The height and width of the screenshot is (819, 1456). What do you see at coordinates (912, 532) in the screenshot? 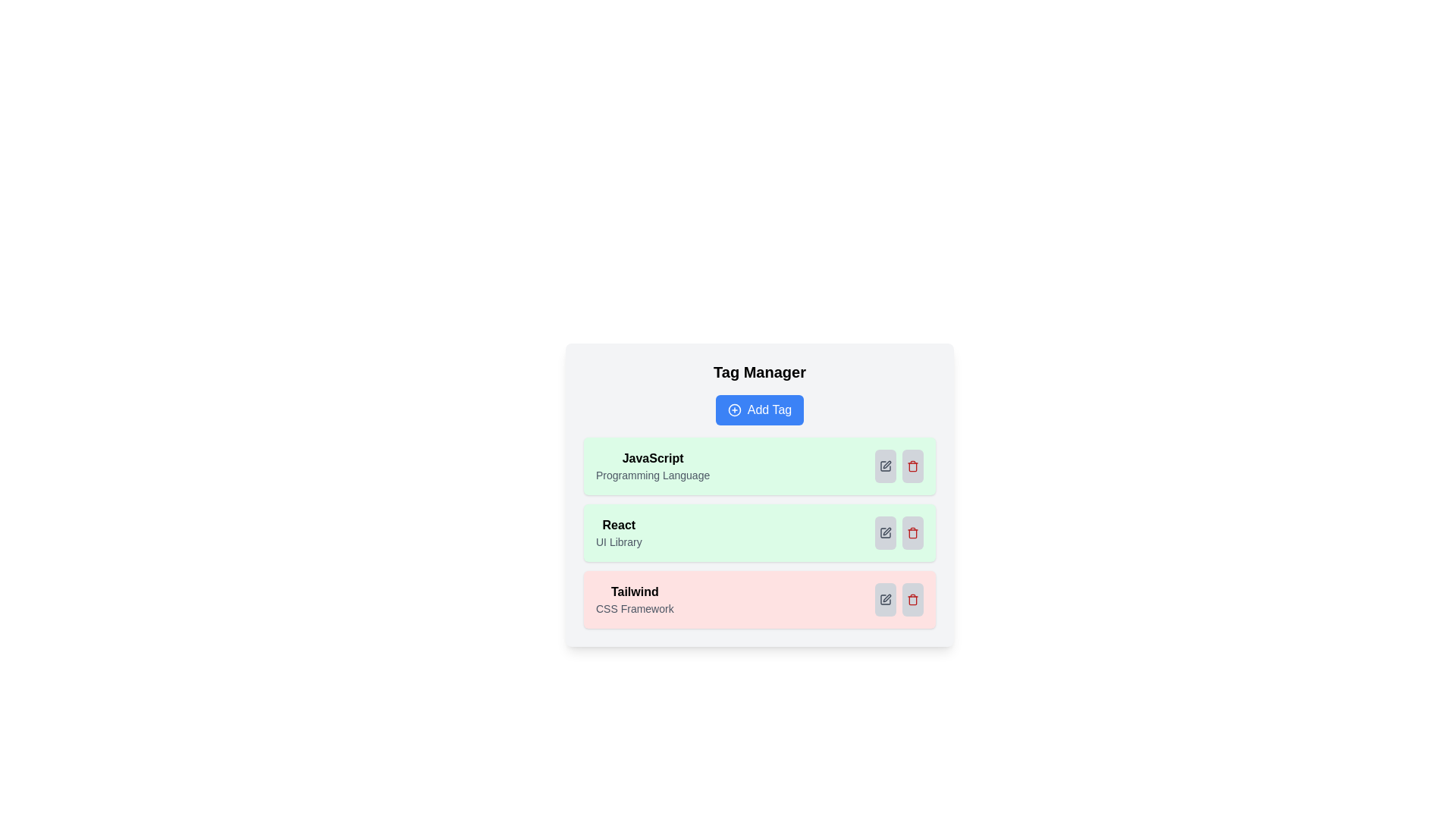
I see `the trash icon corresponding to the tag React to delete it` at bounding box center [912, 532].